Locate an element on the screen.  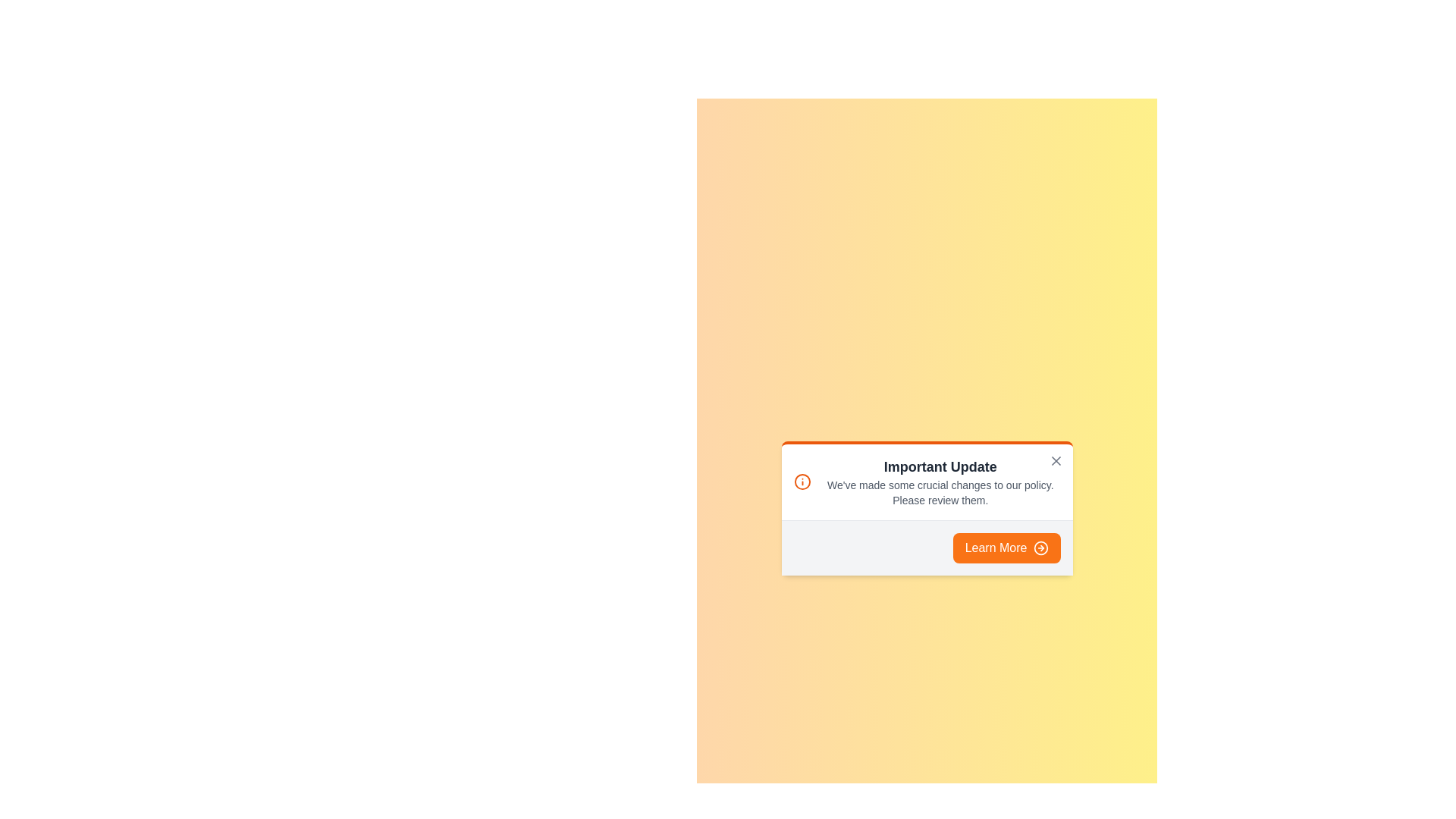
the close button to observe the hover effect is located at coordinates (1055, 460).